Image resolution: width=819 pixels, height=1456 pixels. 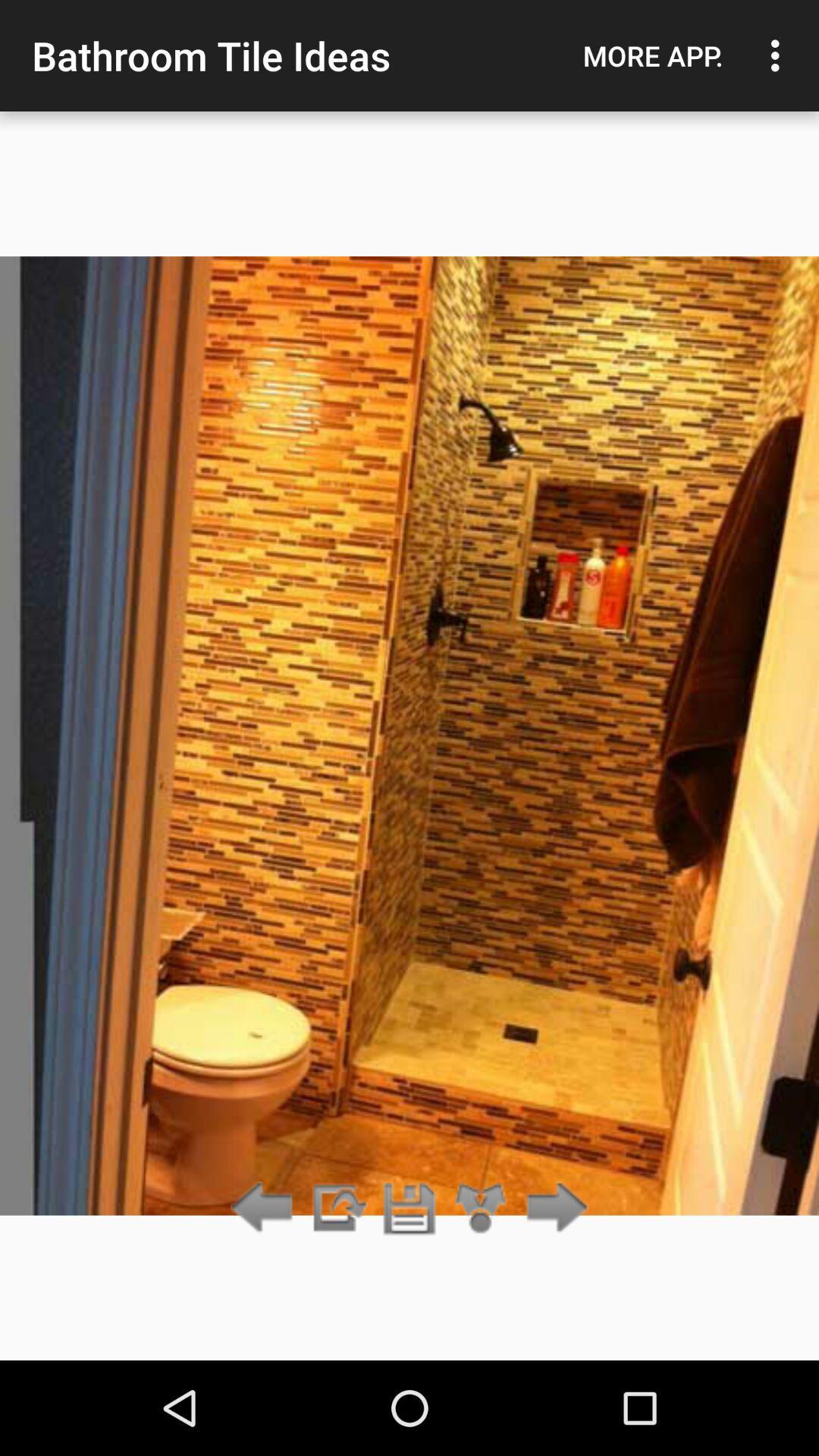 I want to click on next item, so click(x=337, y=1208).